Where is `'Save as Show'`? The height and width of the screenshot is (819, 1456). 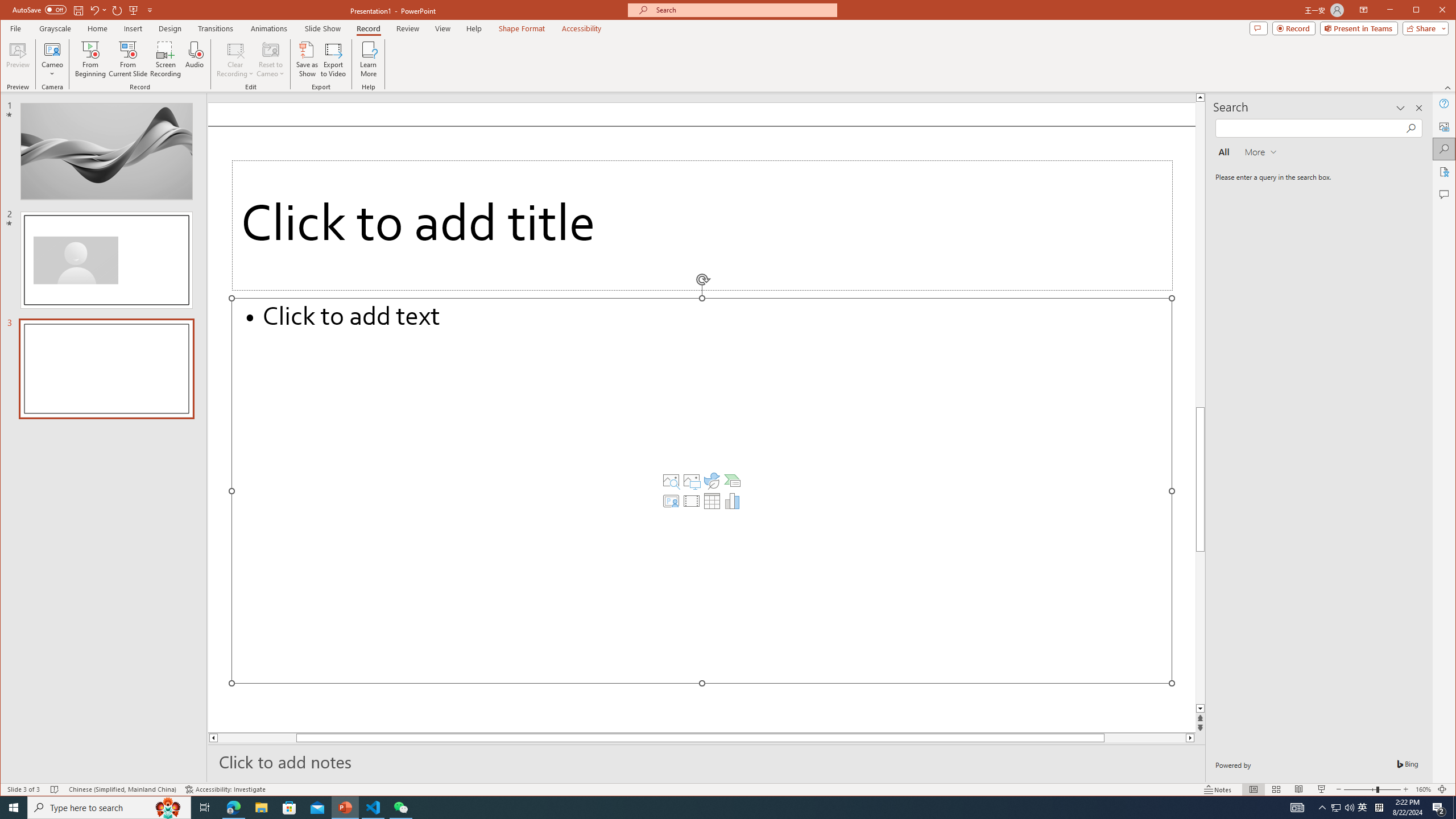 'Save as Show' is located at coordinates (308, 59).